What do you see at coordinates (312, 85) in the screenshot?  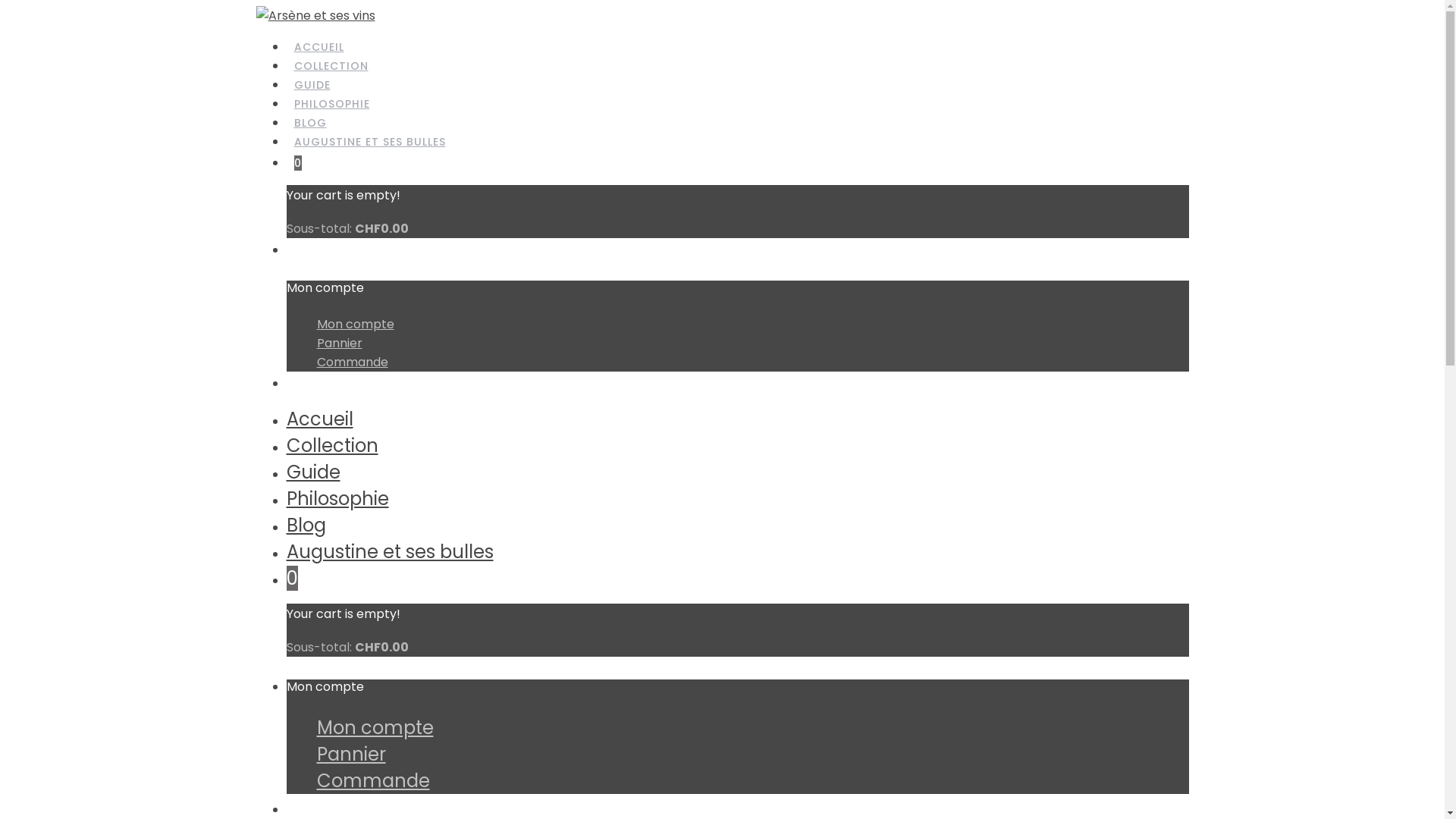 I see `'GUIDE'` at bounding box center [312, 85].